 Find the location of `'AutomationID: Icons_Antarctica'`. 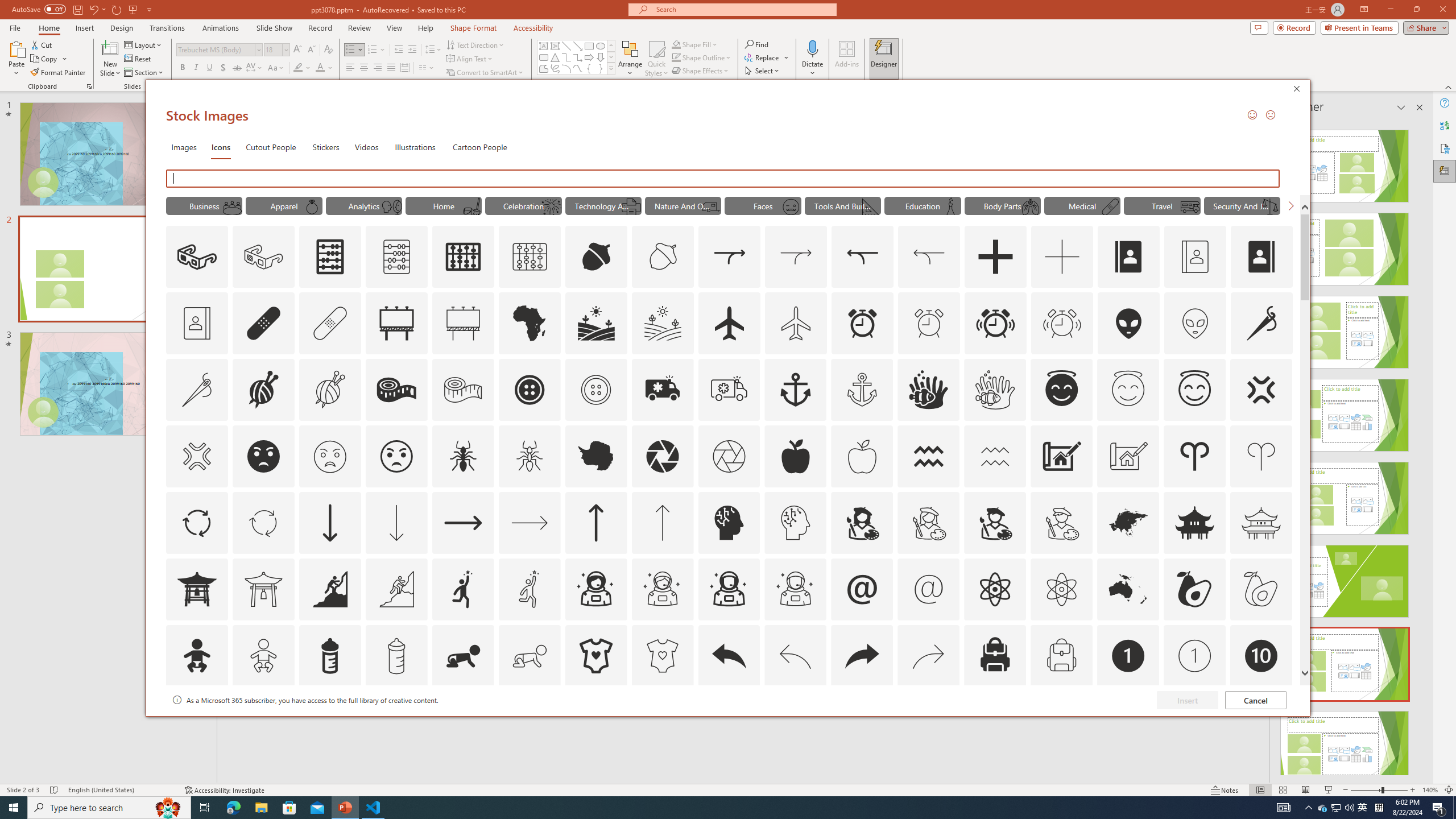

'AutomationID: Icons_Antarctica' is located at coordinates (595, 456).